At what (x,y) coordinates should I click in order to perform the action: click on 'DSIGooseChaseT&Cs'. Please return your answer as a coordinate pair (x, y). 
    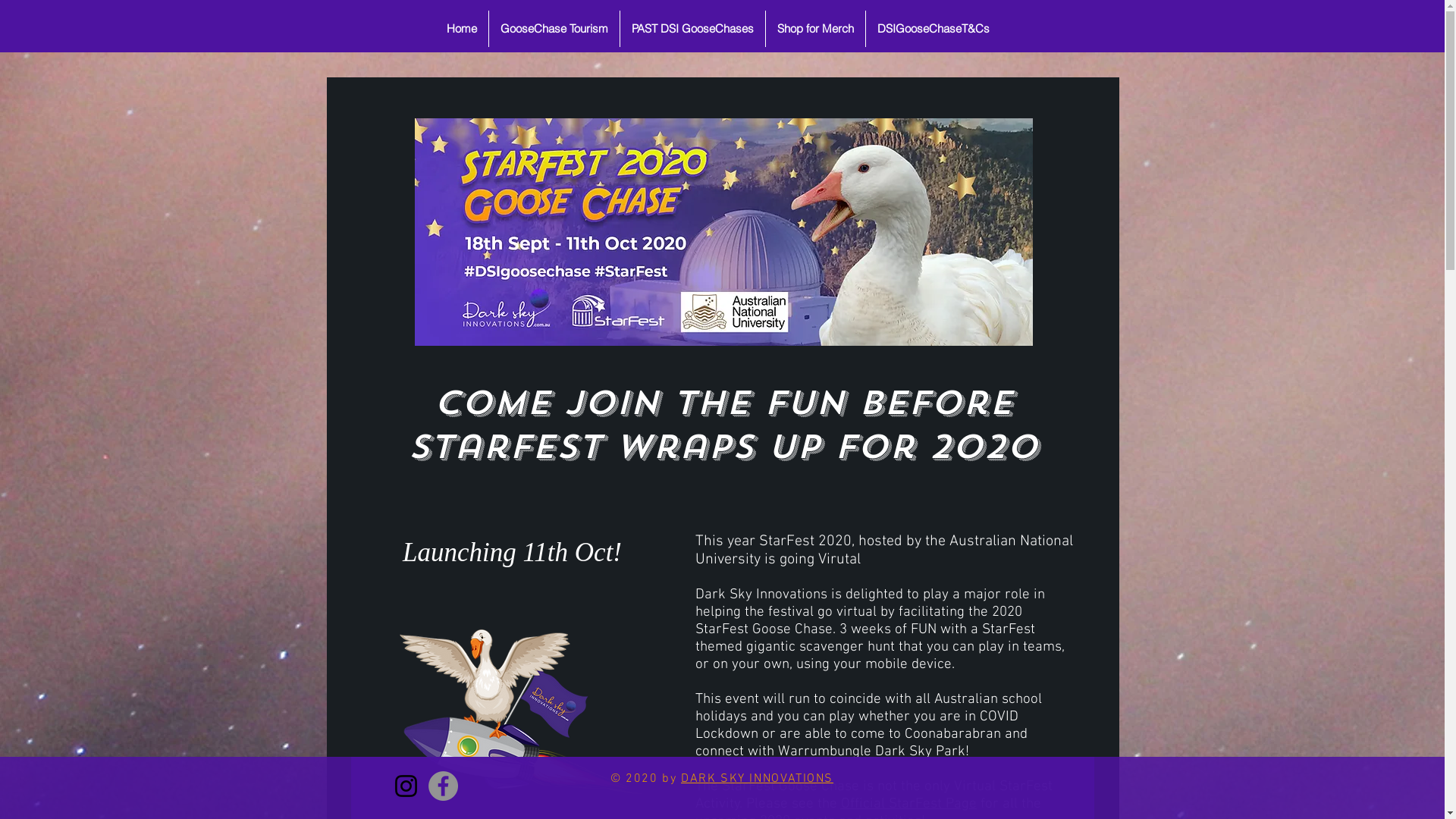
    Looking at the image, I should click on (866, 29).